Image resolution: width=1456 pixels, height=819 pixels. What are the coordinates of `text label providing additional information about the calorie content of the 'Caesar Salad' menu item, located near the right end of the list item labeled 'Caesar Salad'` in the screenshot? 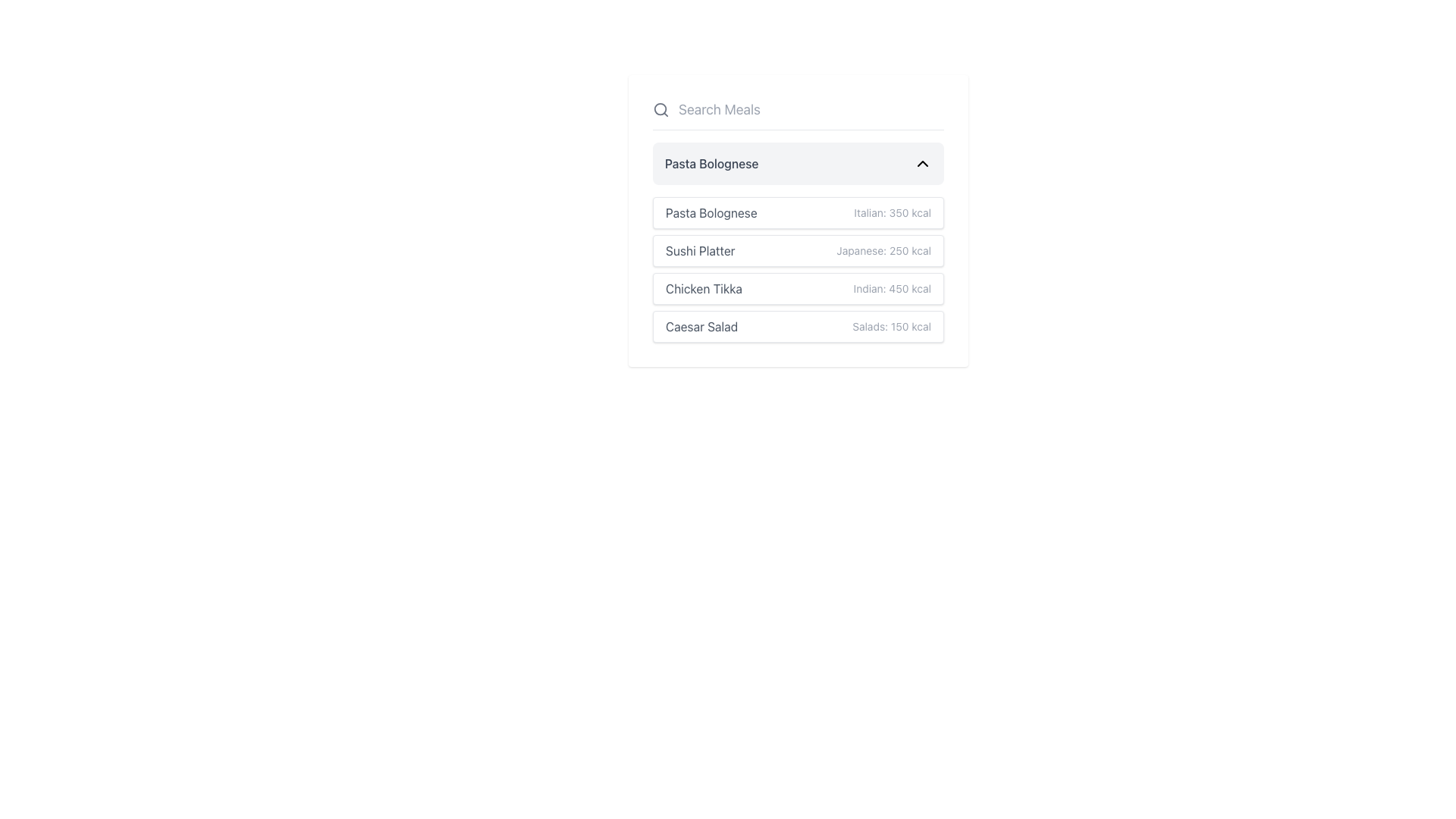 It's located at (892, 326).